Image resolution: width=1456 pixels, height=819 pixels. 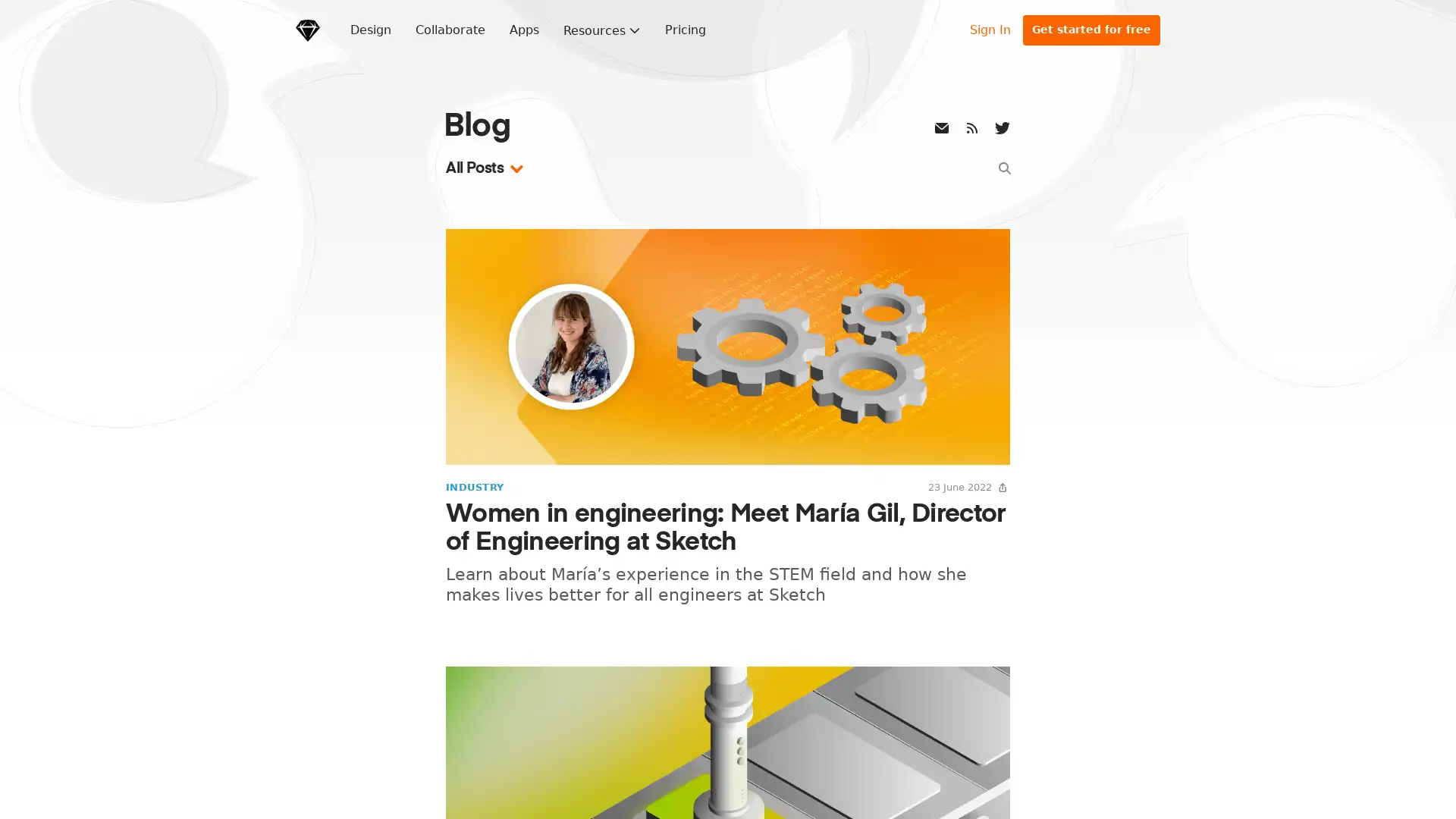 What do you see at coordinates (486, 168) in the screenshot?
I see `All Posts` at bounding box center [486, 168].